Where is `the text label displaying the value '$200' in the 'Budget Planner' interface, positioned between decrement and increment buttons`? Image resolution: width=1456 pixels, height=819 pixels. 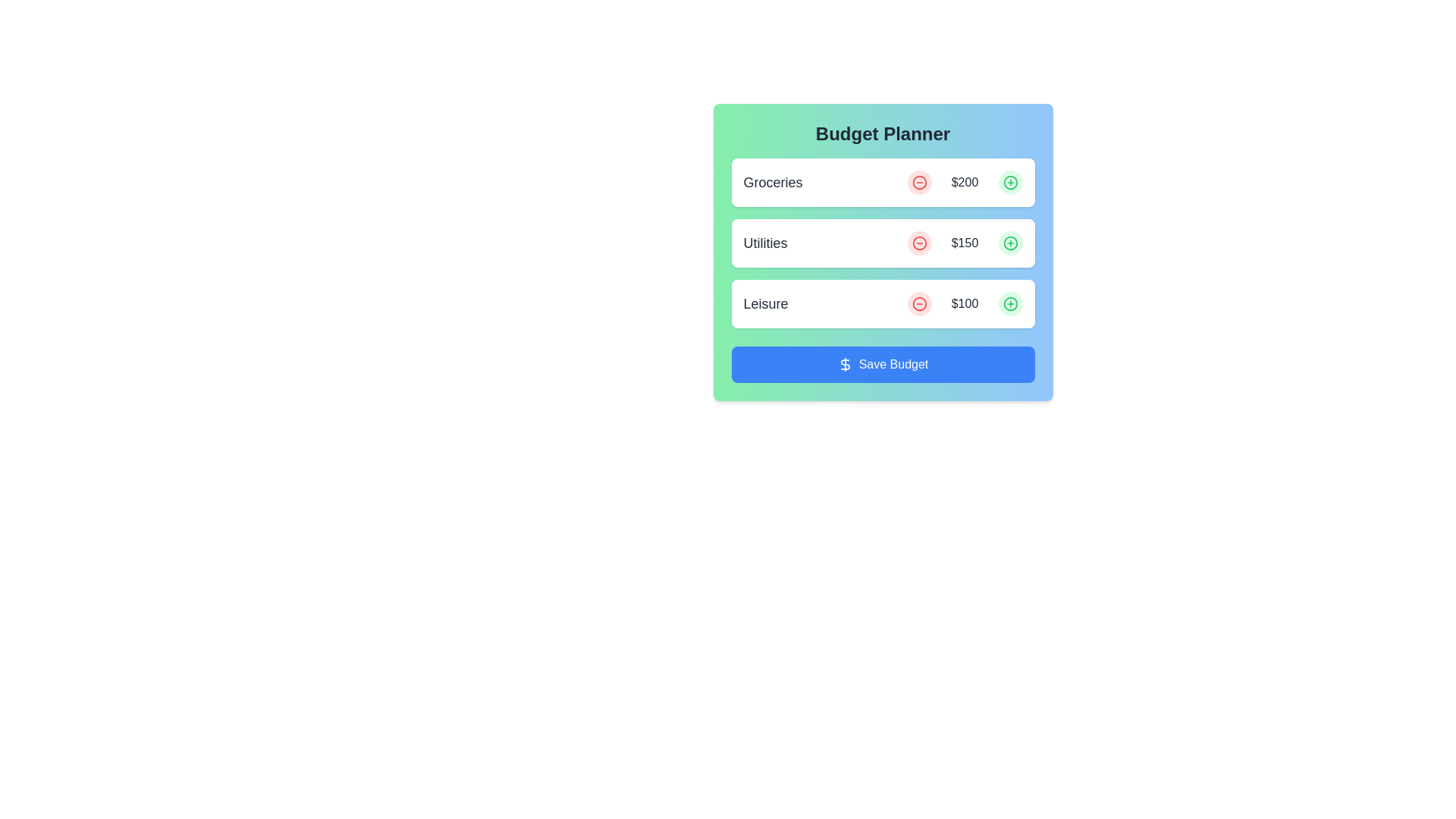
the text label displaying the value '$200' in the 'Budget Planner' interface, positioned between decrement and increment buttons is located at coordinates (964, 181).